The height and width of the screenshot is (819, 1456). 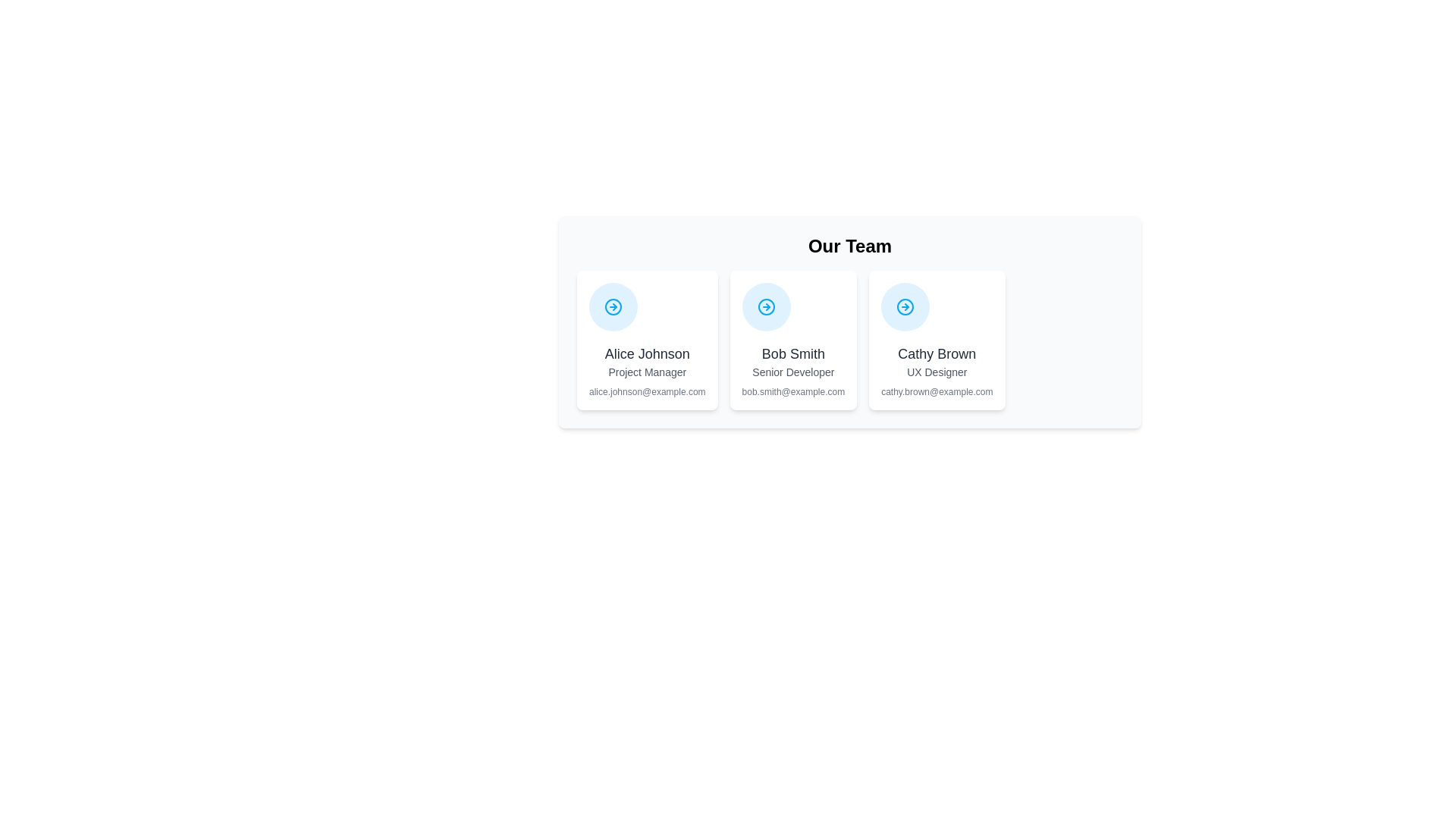 I want to click on the navigation icon for Cathy Brown, UX Designer, which is the third icon in the horizontal arrangement within the profile section, so click(x=905, y=307).